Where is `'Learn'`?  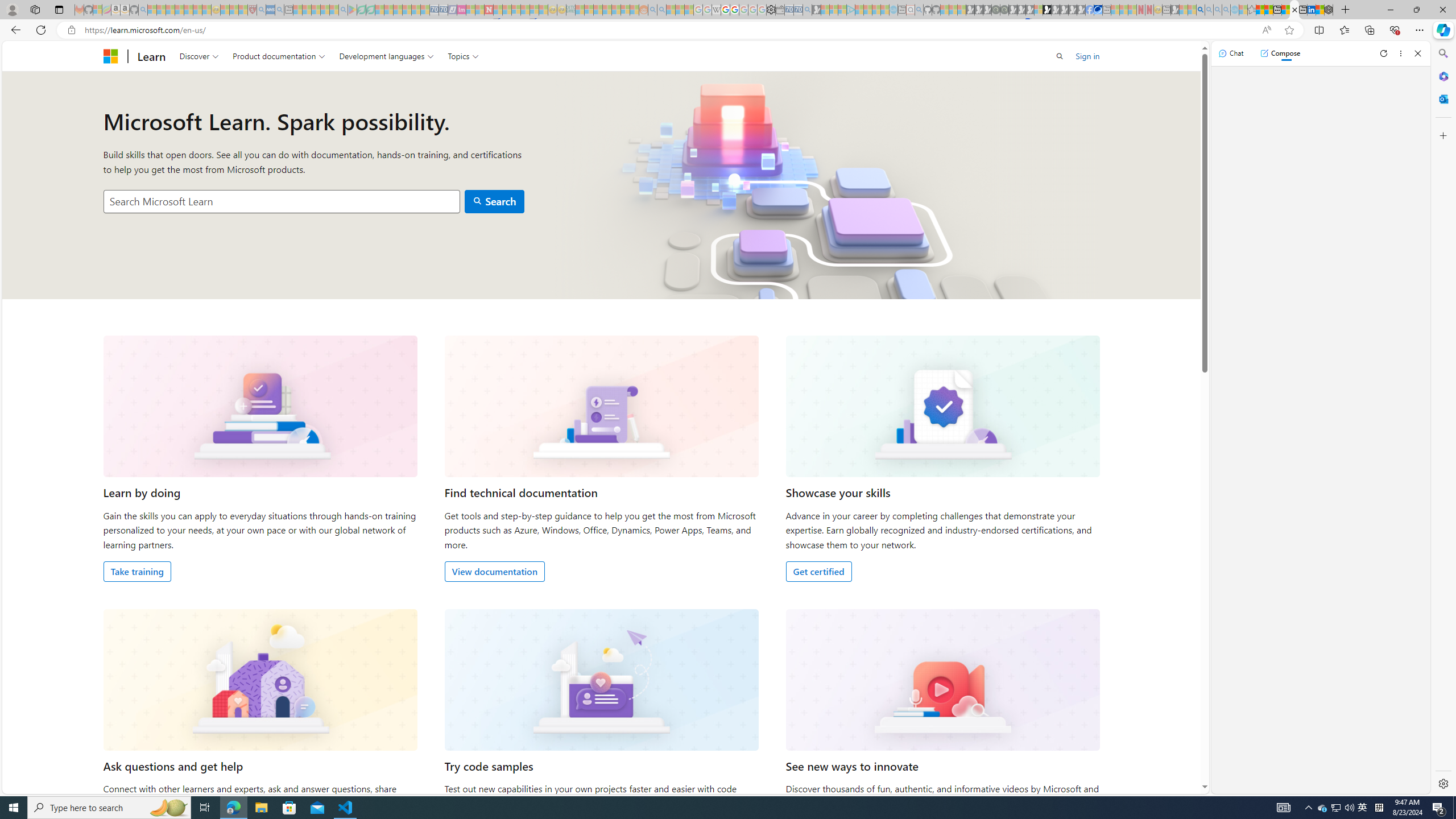 'Learn' is located at coordinates (151, 55).